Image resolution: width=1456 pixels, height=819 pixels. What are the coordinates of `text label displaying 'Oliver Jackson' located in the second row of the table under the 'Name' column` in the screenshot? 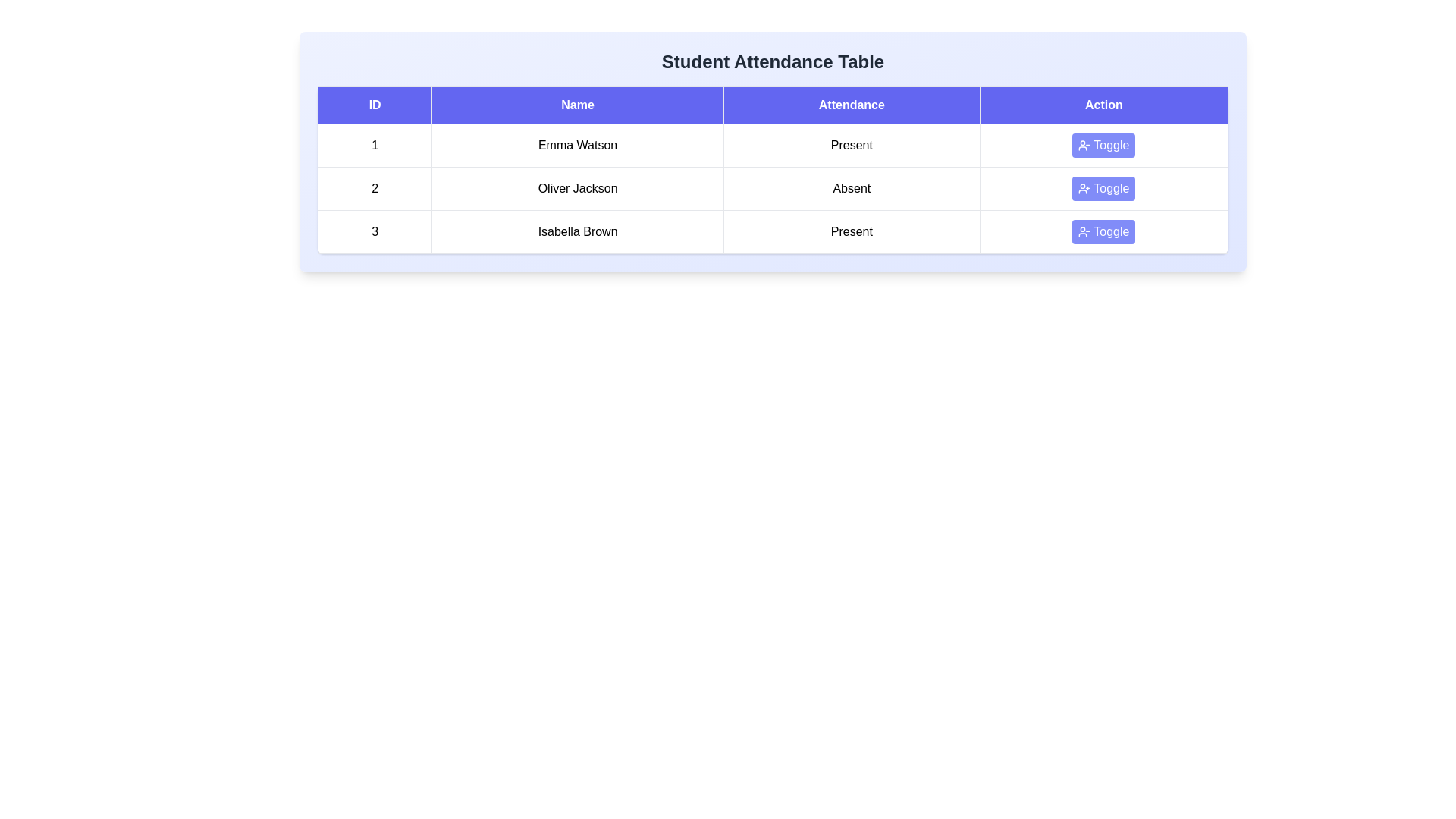 It's located at (577, 188).